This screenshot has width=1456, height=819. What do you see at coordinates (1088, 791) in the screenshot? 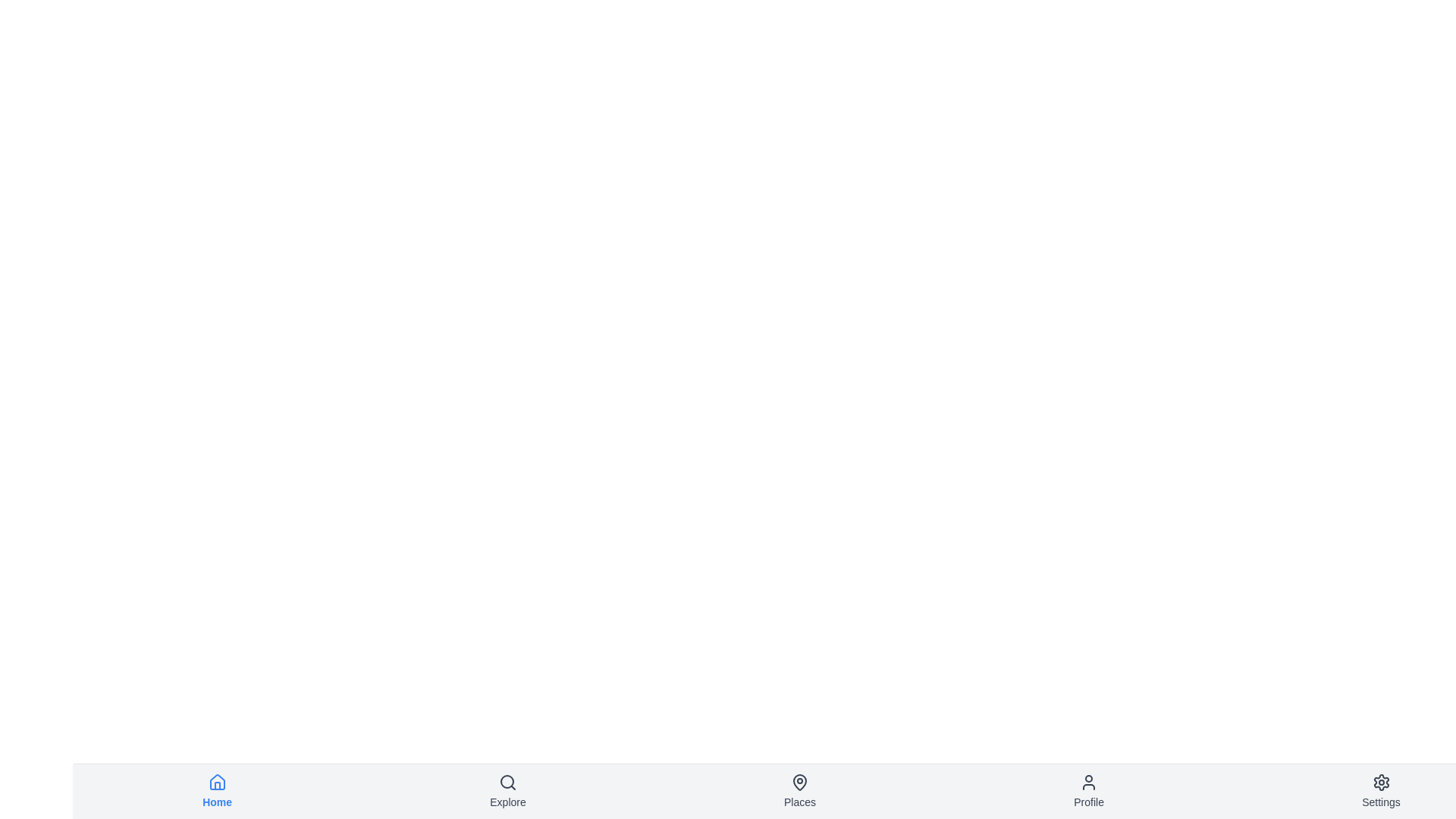
I see `the navigation item labeled Profile` at bounding box center [1088, 791].